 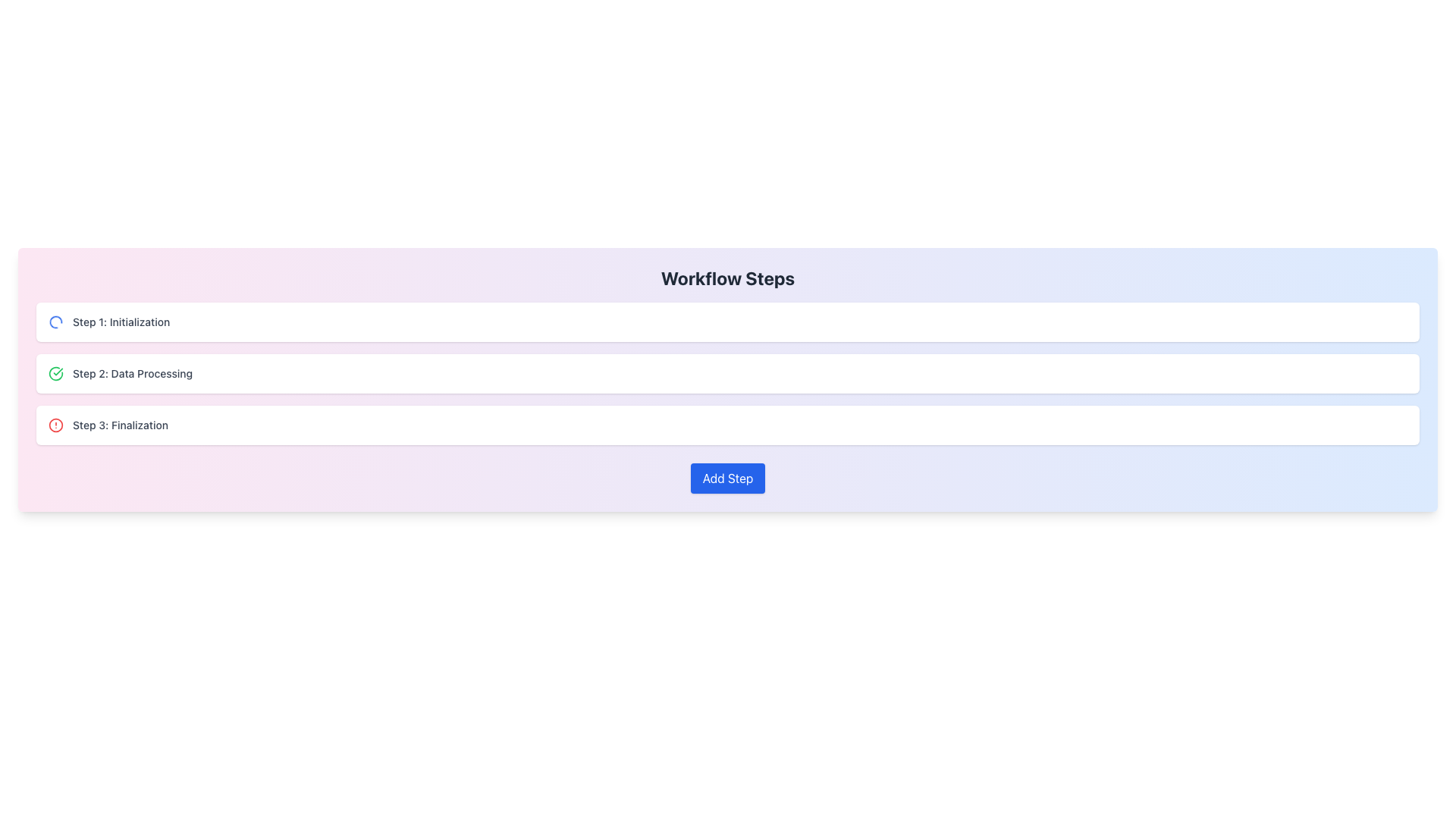 I want to click on the circular loader icon next to the text 'Step 1: Initialization' to interact with it, so click(x=108, y=321).